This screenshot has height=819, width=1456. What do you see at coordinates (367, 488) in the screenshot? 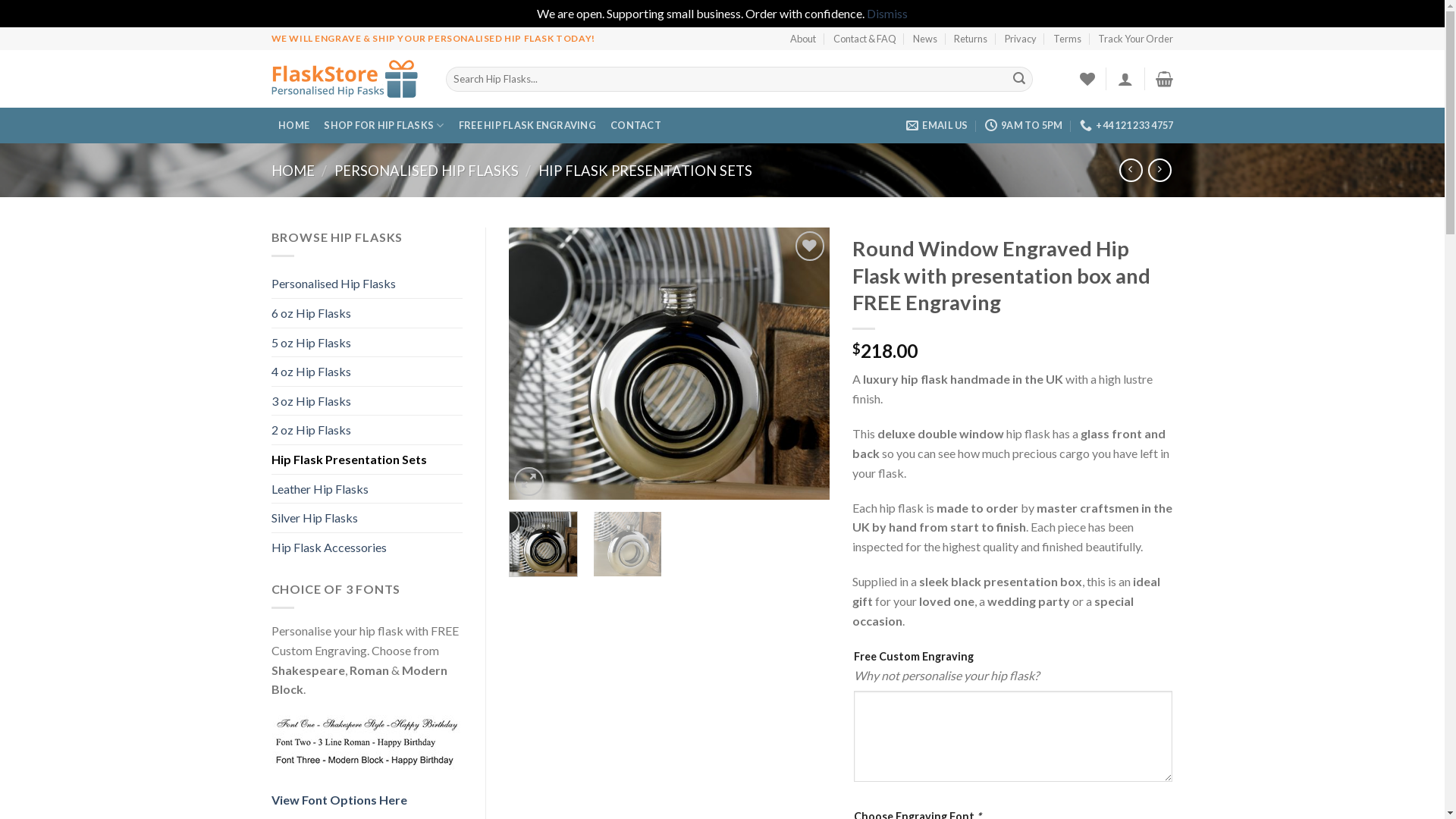
I see `'Leather Hip Flasks'` at bounding box center [367, 488].